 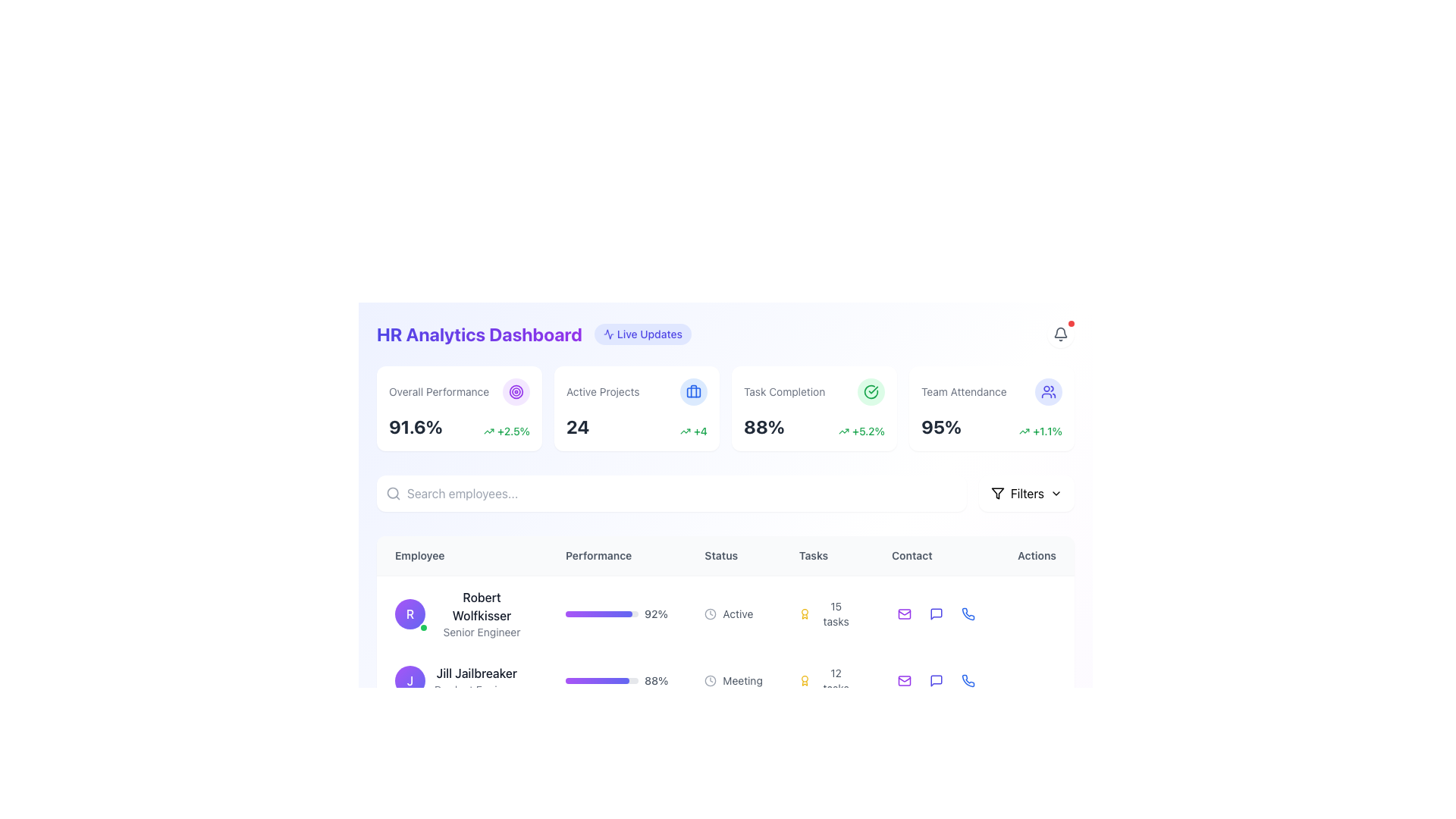 I want to click on the bell icon element, which represents notifications and is visually styled with a smooth, rounded design in gray, located at the upper right corner of the interface, so click(x=1059, y=331).